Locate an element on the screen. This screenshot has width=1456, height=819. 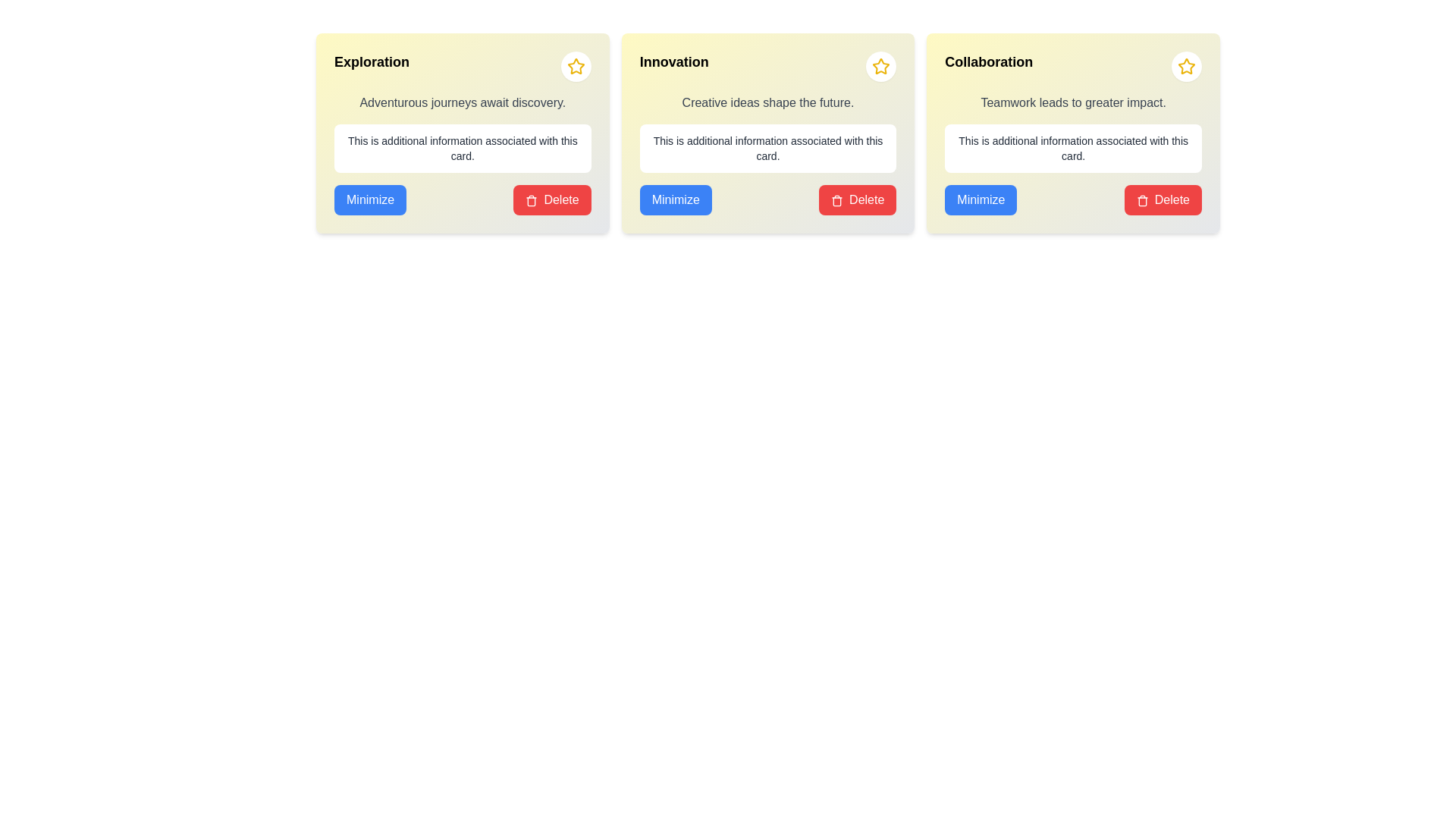
header text label that emphasizes 'Collaboration', located at the top of the third card in a horizontal layout, above the description text 'Teamwork leads to greater impact.' is located at coordinates (989, 66).